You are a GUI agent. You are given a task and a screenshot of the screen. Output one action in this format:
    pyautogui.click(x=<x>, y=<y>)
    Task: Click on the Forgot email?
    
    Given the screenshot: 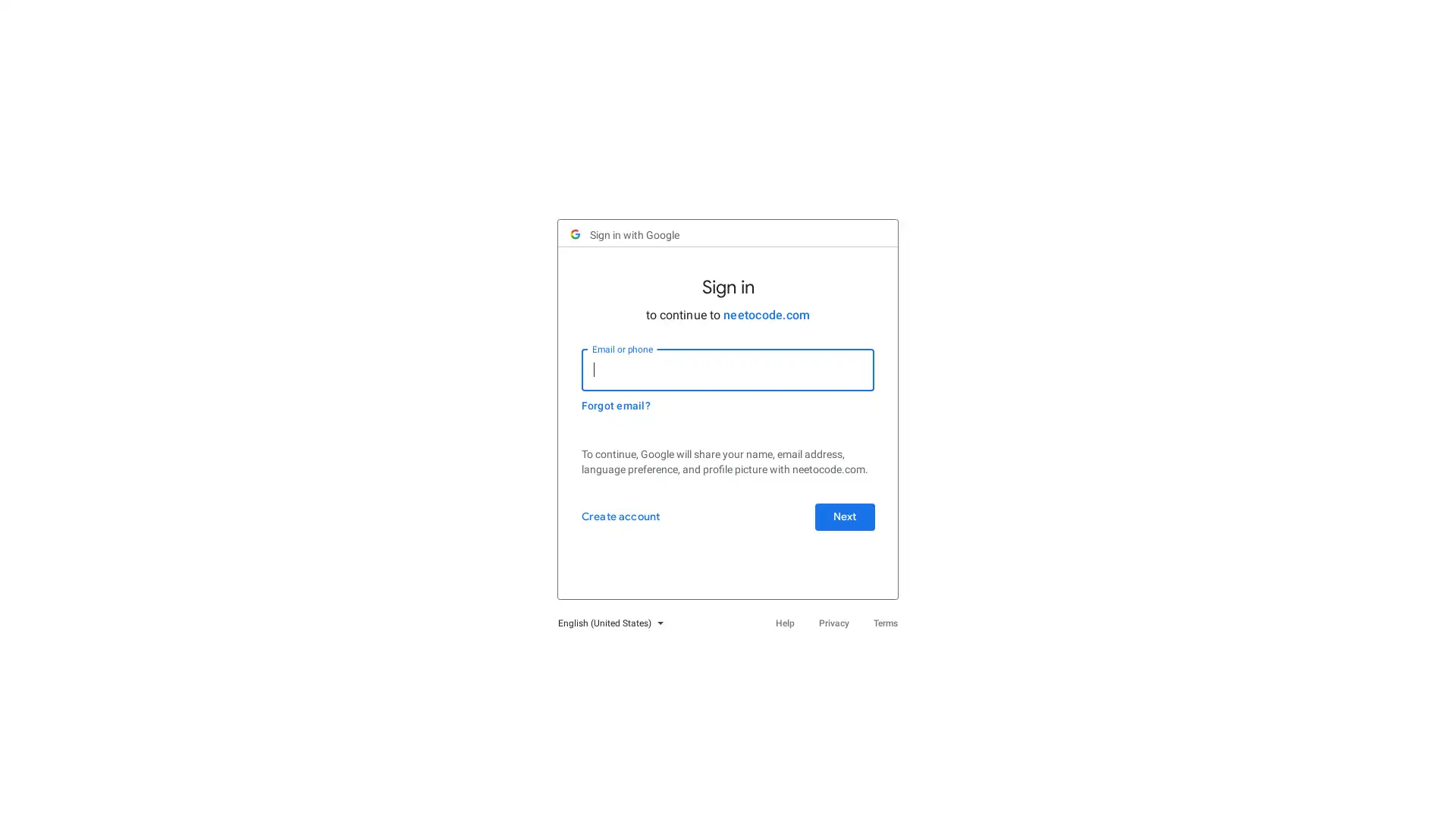 What is the action you would take?
    pyautogui.click(x=623, y=414)
    